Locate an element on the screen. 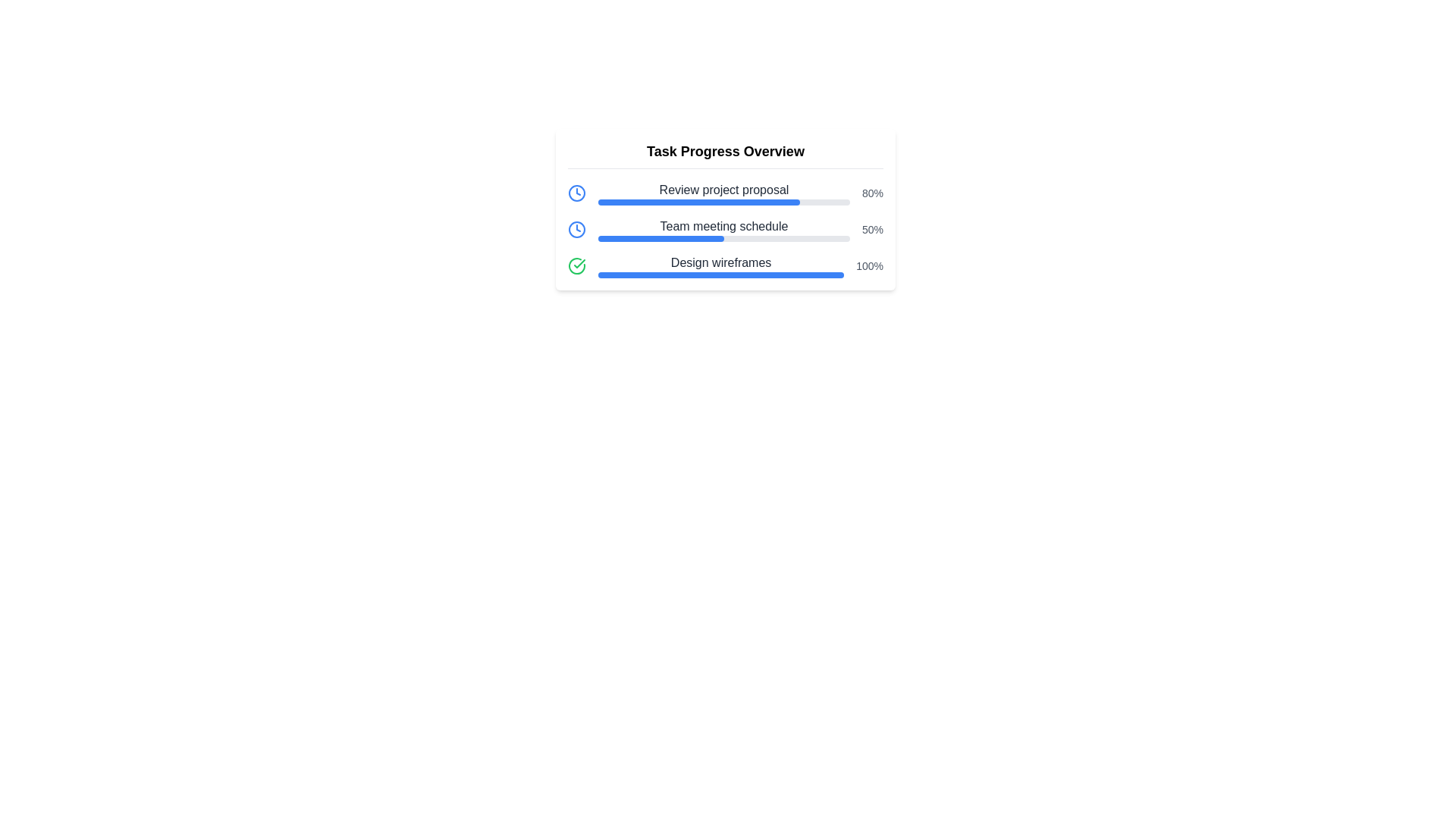 Image resolution: width=1456 pixels, height=819 pixels. the Text Label with Progress Bar displaying 'Design wireframes', which is the third item in the task progress overview is located at coordinates (720, 265).